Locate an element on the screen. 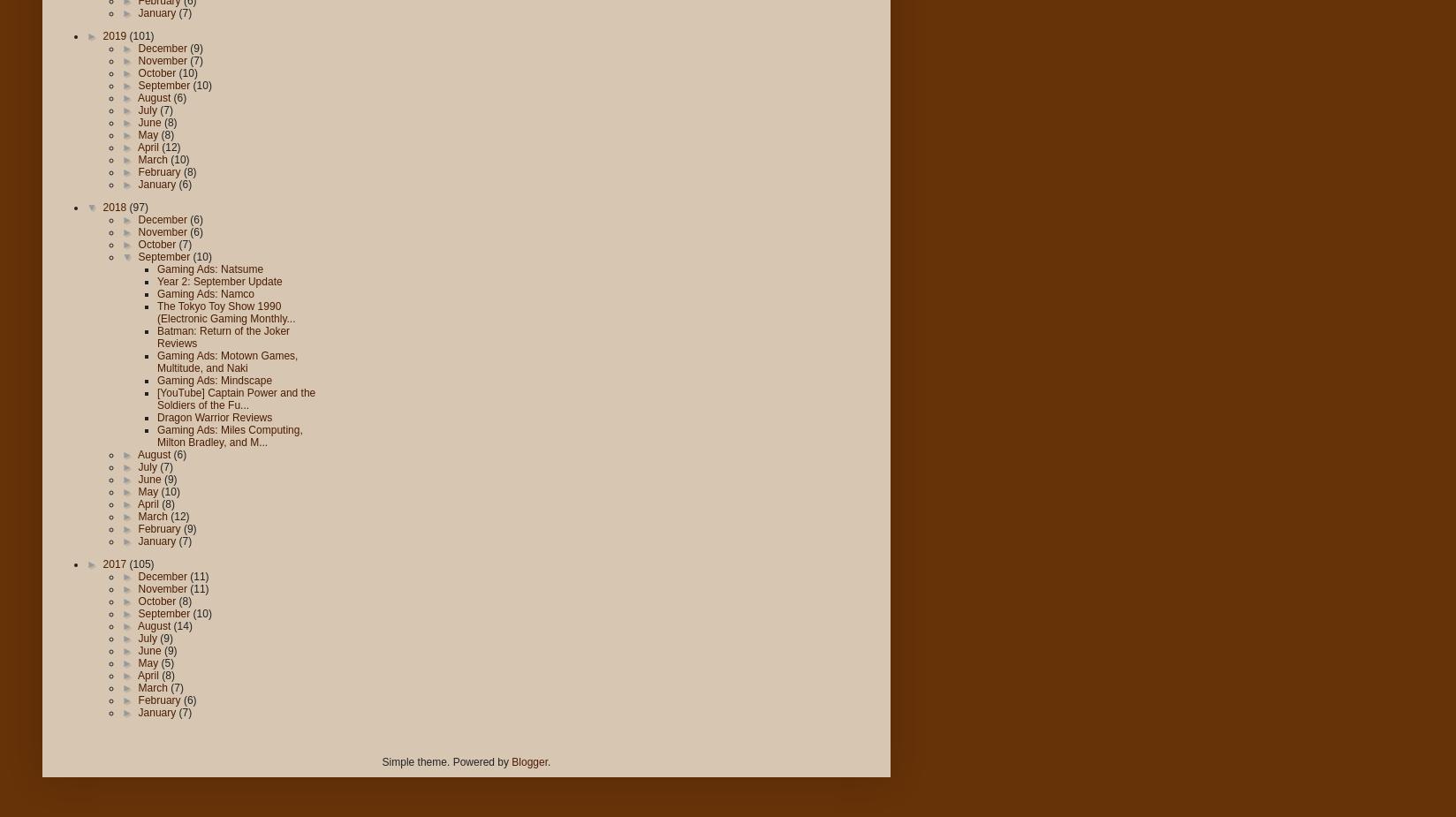 The height and width of the screenshot is (817, 1456). 'Blogger' is located at coordinates (529, 762).